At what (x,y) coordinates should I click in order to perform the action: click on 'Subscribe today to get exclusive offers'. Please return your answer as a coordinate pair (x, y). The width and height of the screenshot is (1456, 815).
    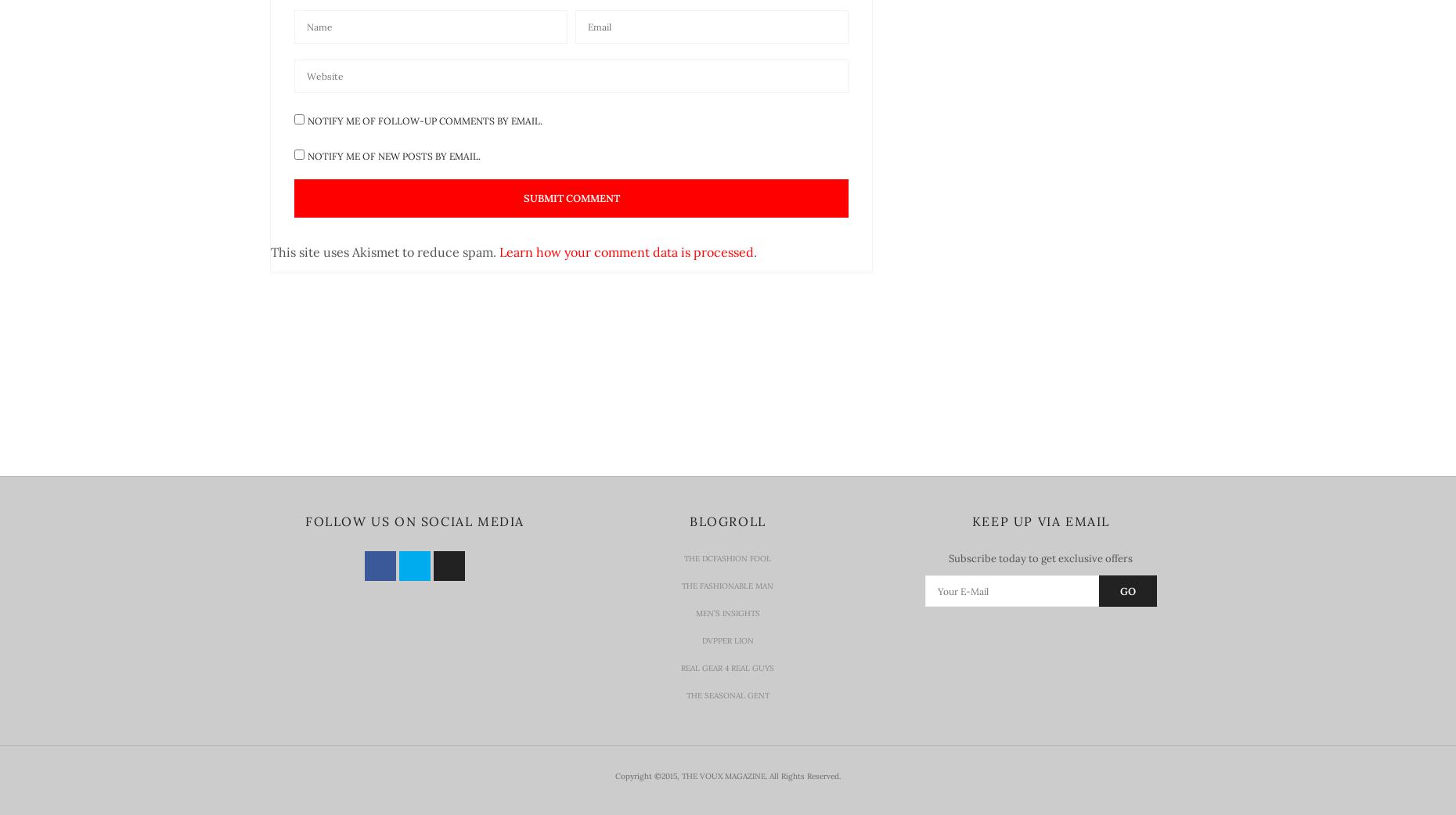
    Looking at the image, I should click on (1040, 557).